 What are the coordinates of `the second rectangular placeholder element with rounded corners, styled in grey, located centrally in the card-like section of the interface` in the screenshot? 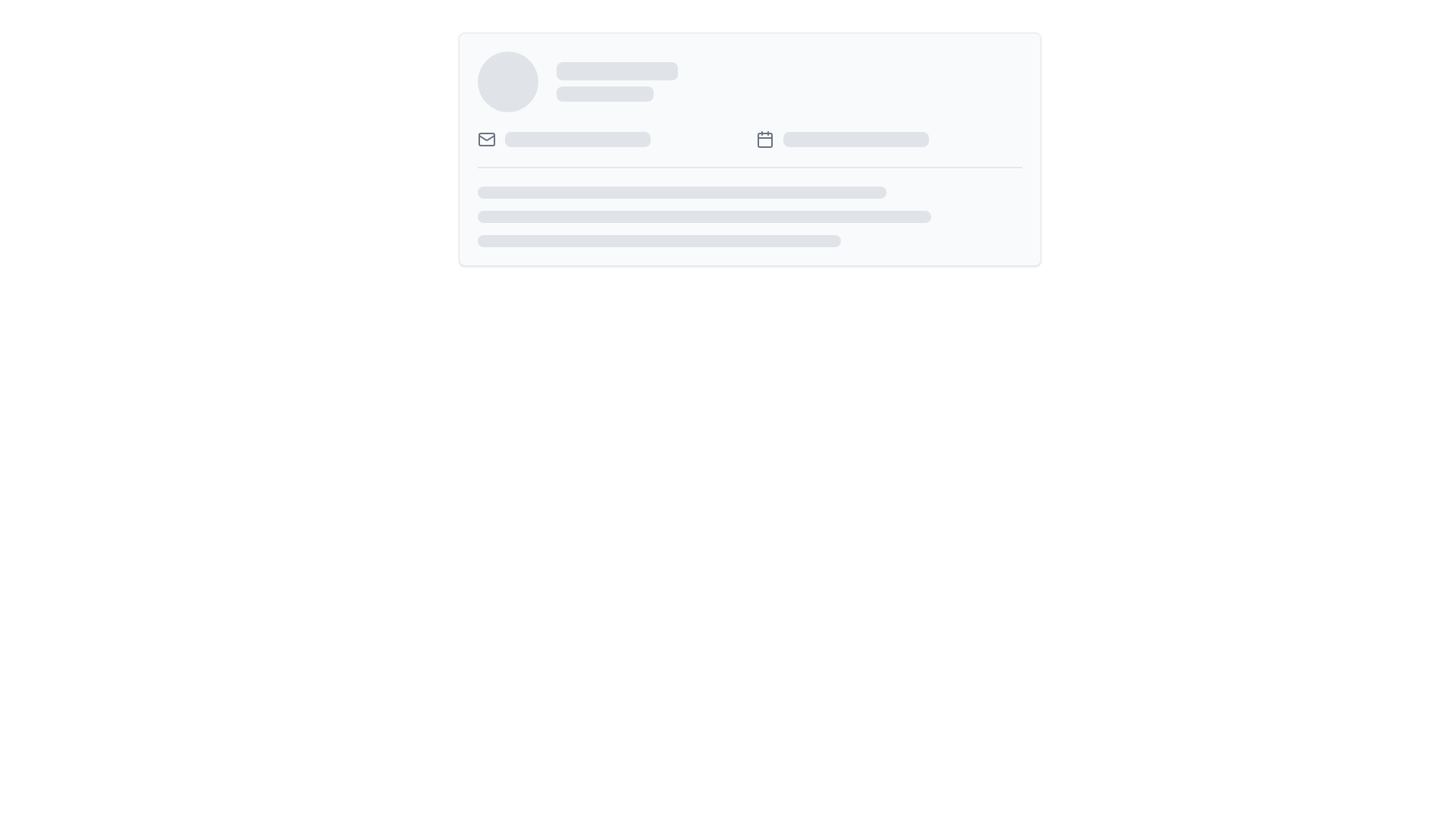 It's located at (604, 93).